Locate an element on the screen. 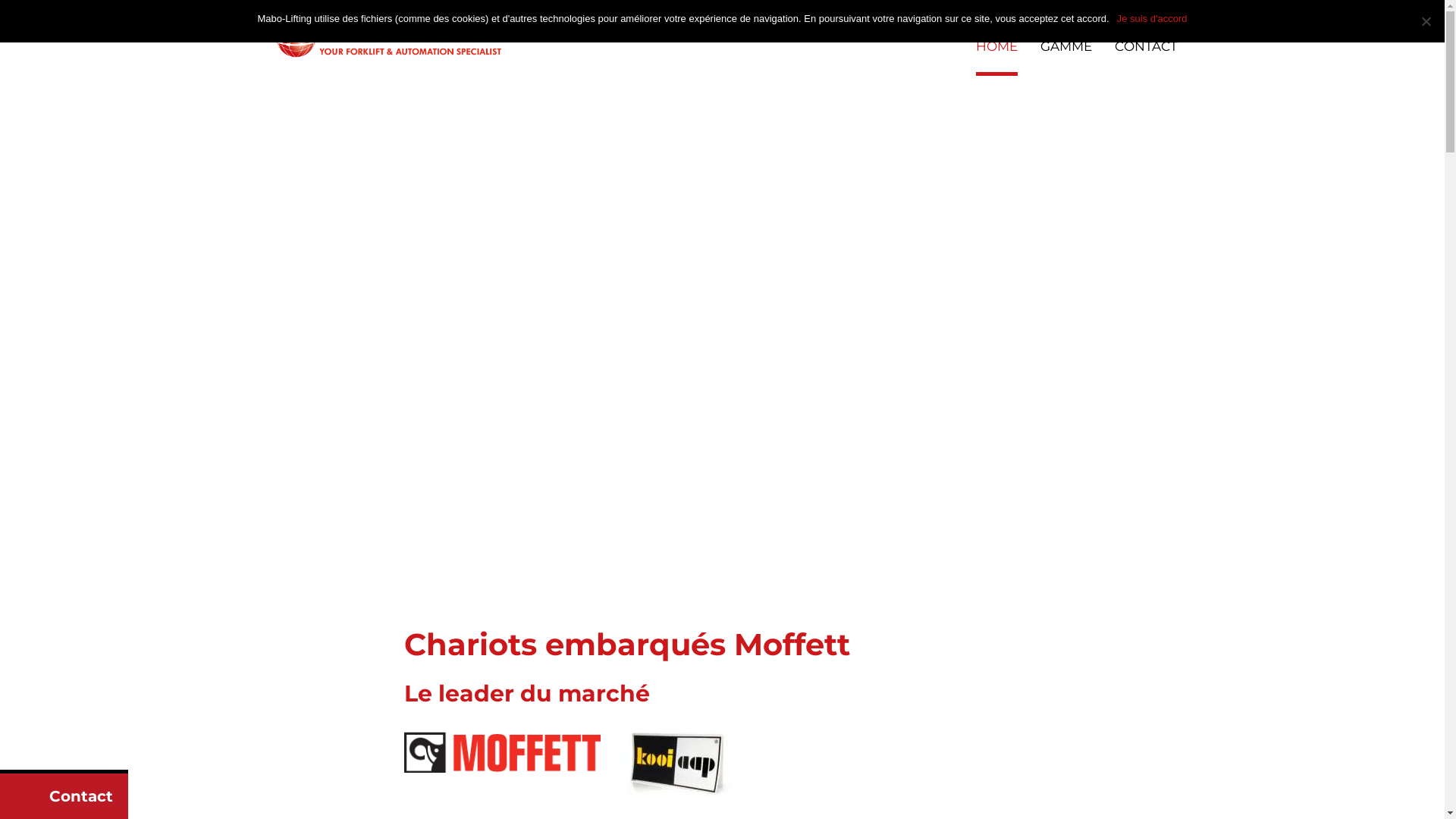 The width and height of the screenshot is (1456, 819). 'CONTACT' is located at coordinates (1146, 57).